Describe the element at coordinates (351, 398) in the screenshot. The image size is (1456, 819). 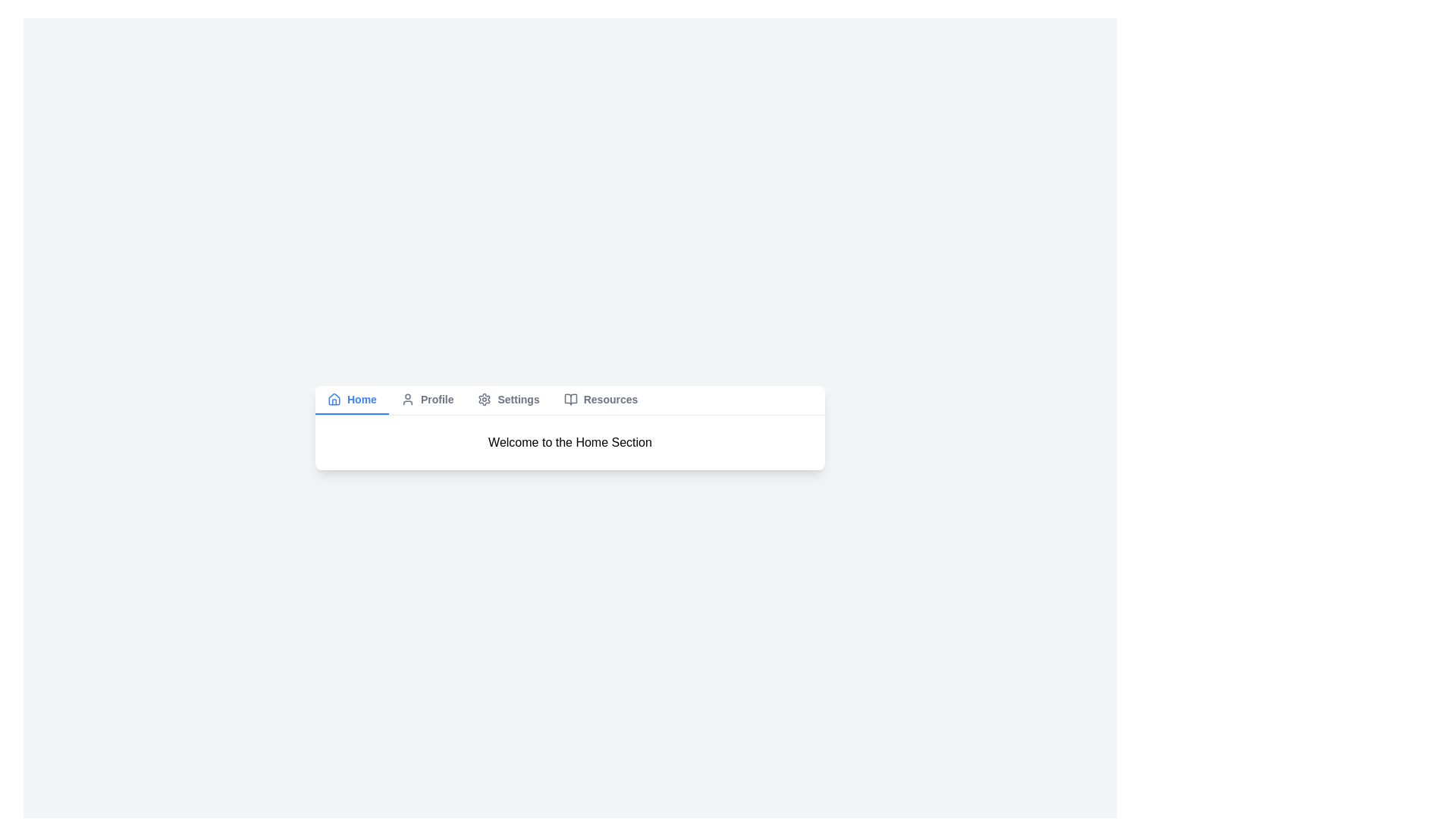
I see `the 'Home' button in the navigation bar` at that location.